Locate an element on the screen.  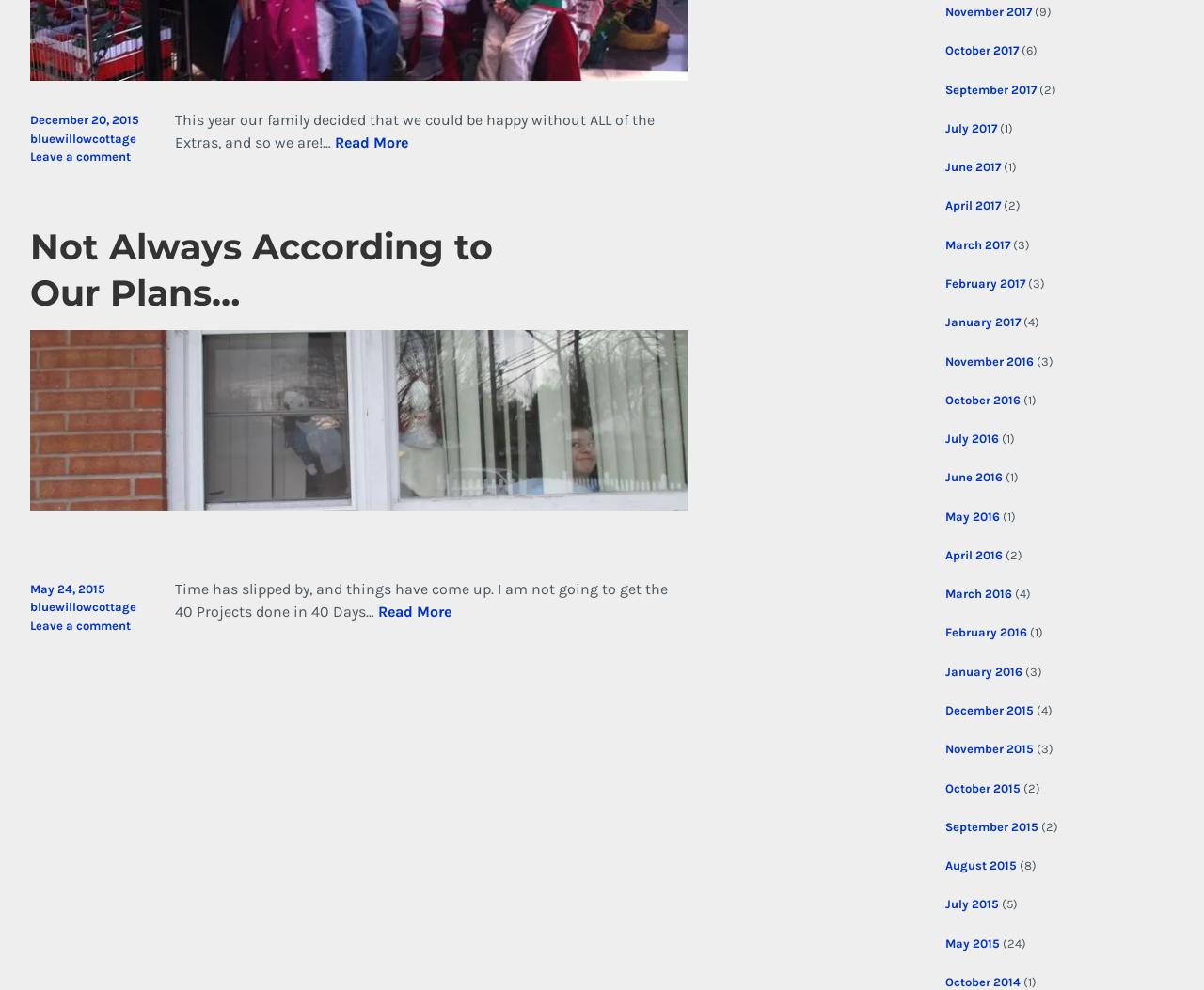
'(5)' is located at coordinates (996, 904).